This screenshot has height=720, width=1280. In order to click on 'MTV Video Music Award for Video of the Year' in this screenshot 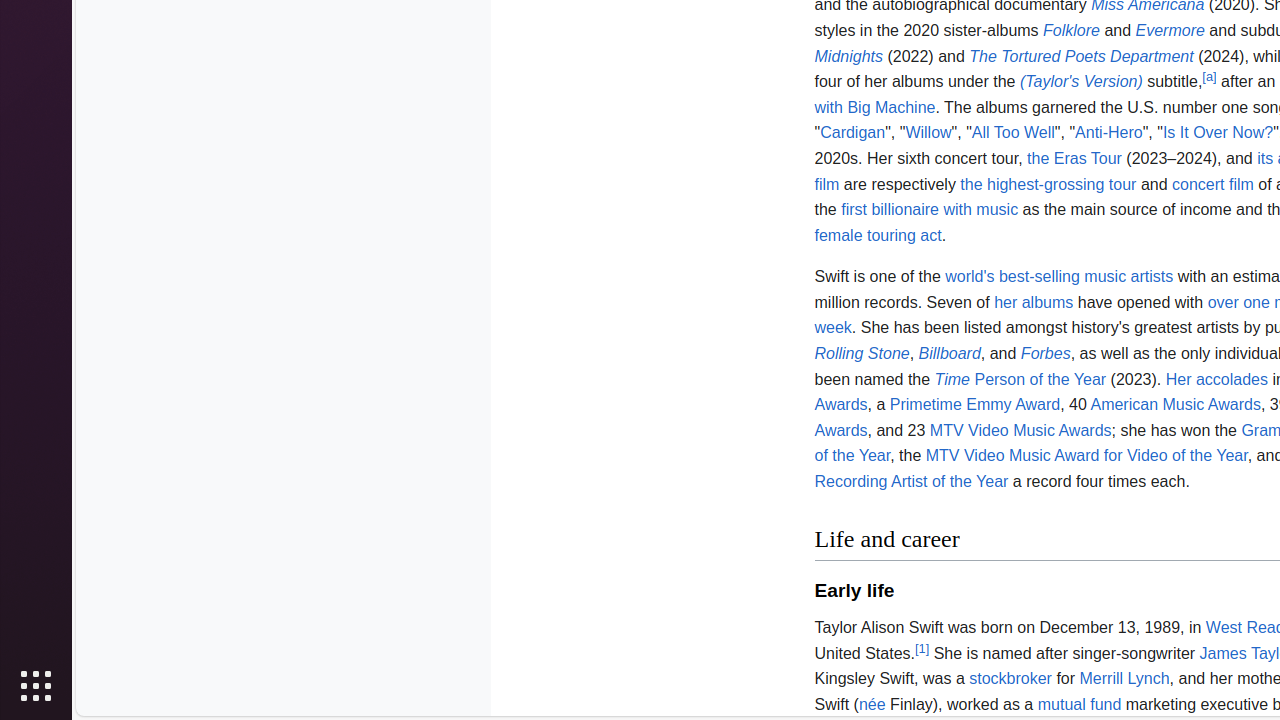, I will do `click(1085, 455)`.